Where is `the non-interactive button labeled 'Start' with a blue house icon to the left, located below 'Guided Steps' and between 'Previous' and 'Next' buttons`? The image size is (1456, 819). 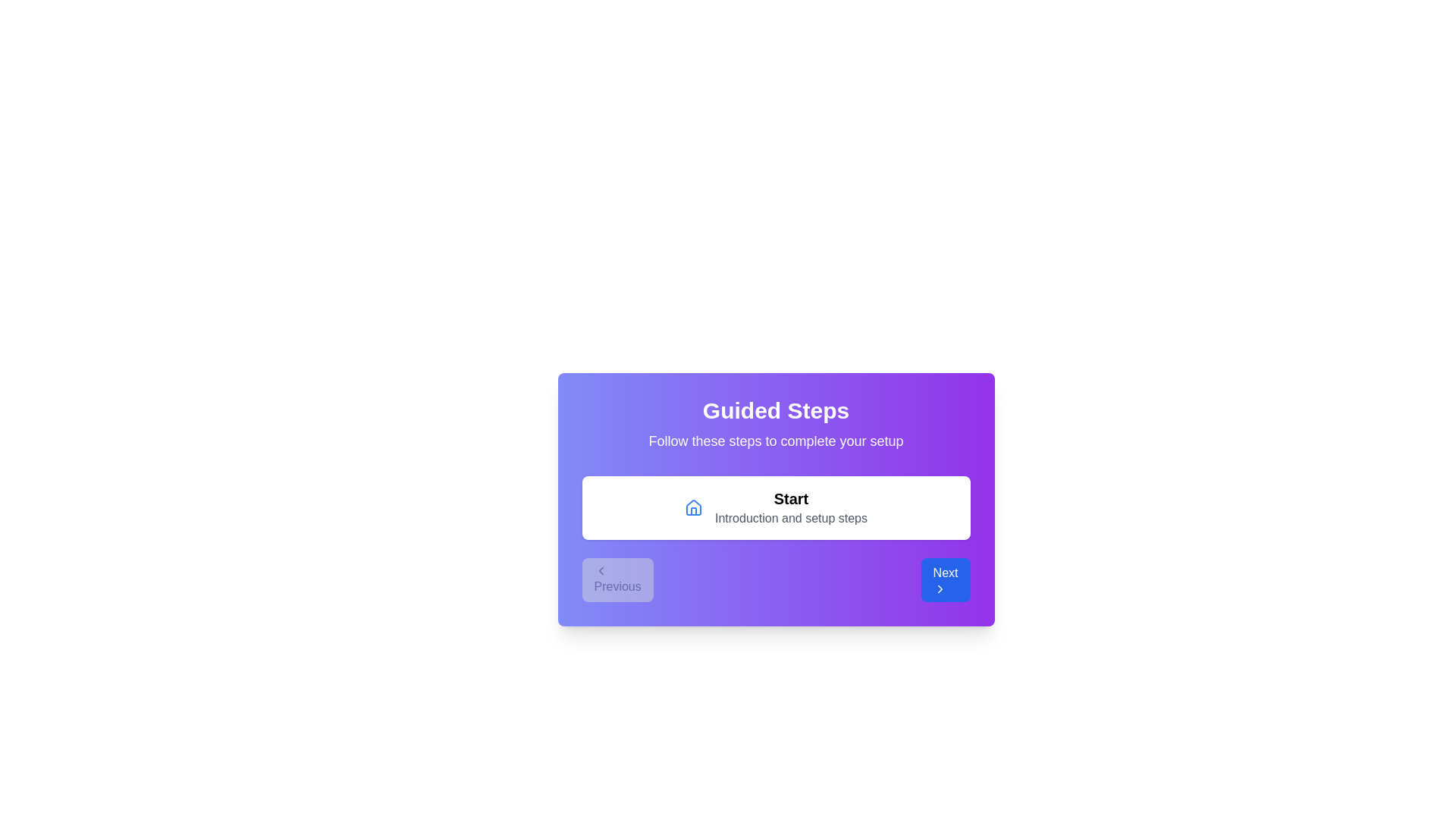 the non-interactive button labeled 'Start' with a blue house icon to the left, located below 'Guided Steps' and between 'Previous' and 'Next' buttons is located at coordinates (776, 508).